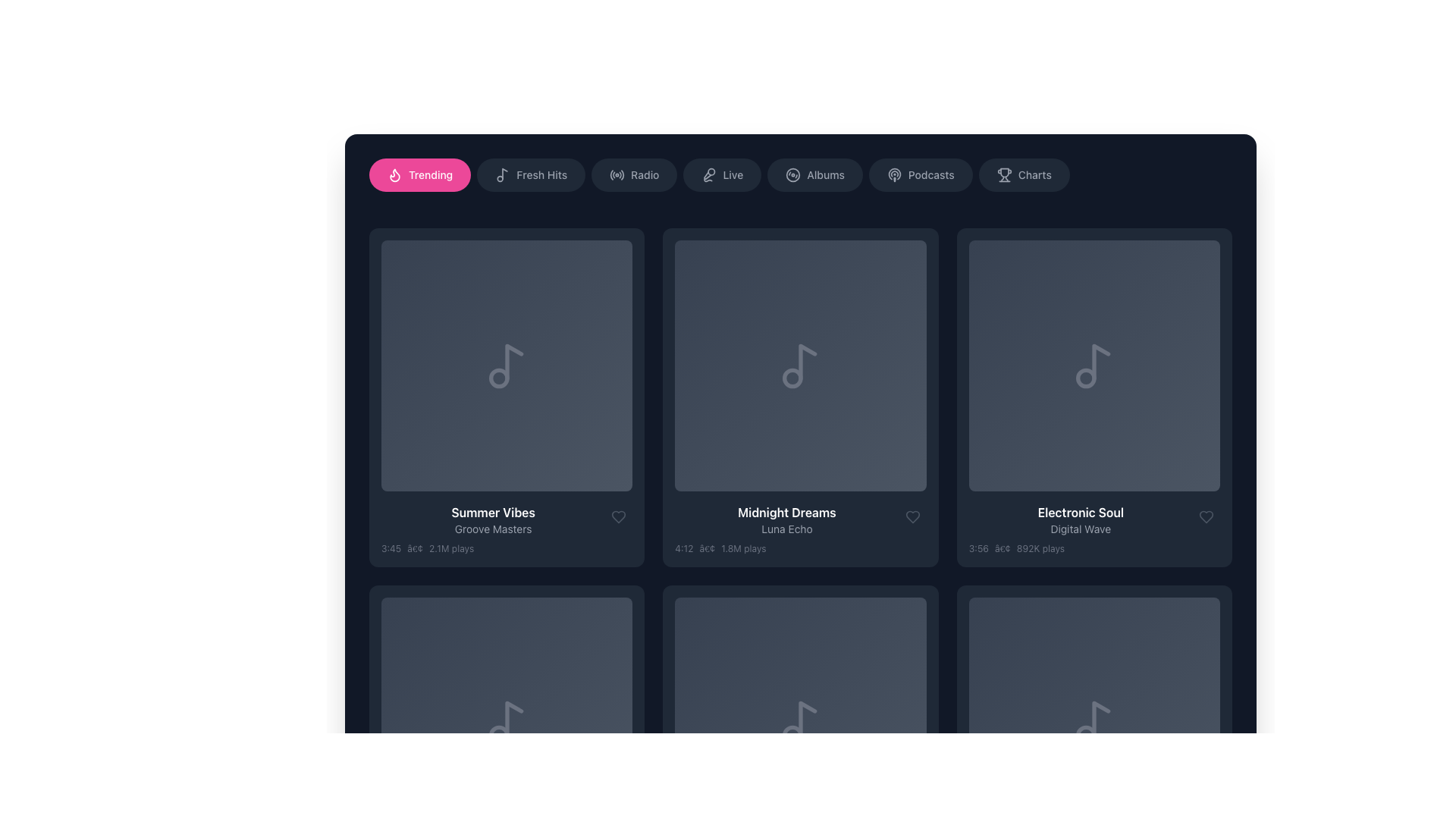  I want to click on the decorative circle graphic element of the music note SVG icon located in the first card titled 'Summer Vibes' in the Trending section, so click(498, 377).